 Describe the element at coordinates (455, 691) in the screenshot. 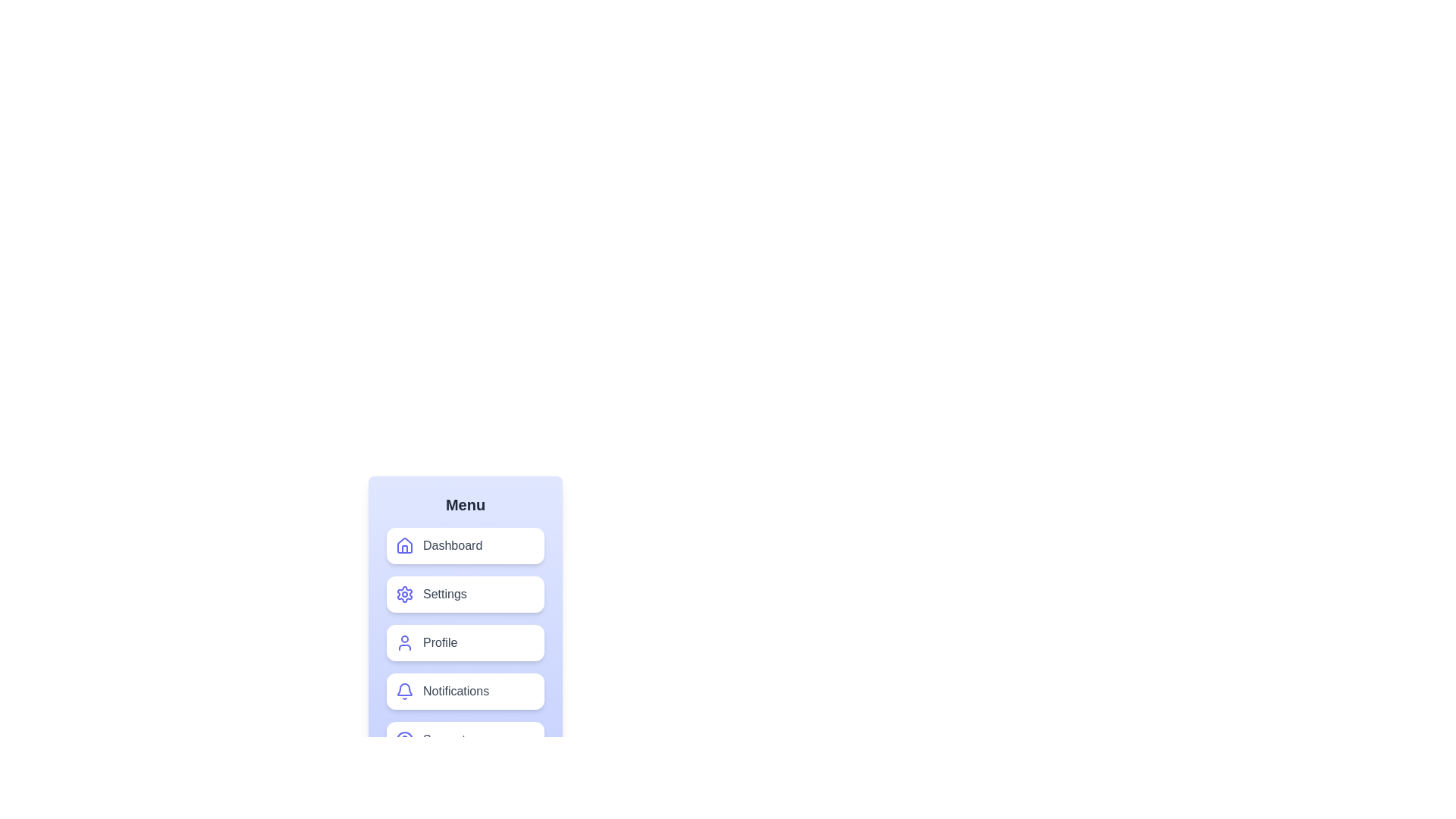

I see `the 'Notifications' text label, which is the fourth menu item in the vertical list, styled in medium font size and dark gray color` at that location.